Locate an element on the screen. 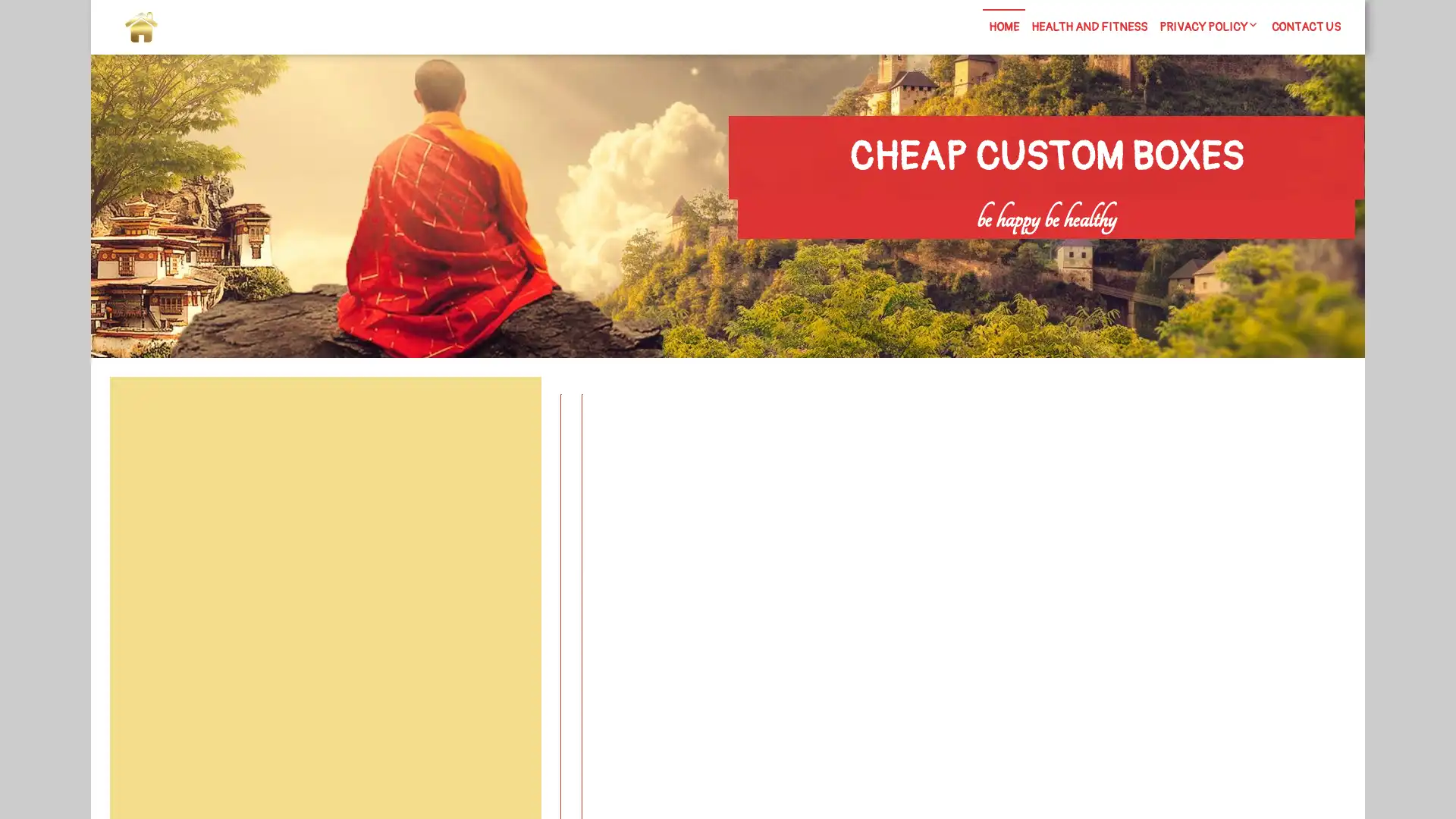 This screenshot has height=819, width=1456. Search is located at coordinates (1181, 248).